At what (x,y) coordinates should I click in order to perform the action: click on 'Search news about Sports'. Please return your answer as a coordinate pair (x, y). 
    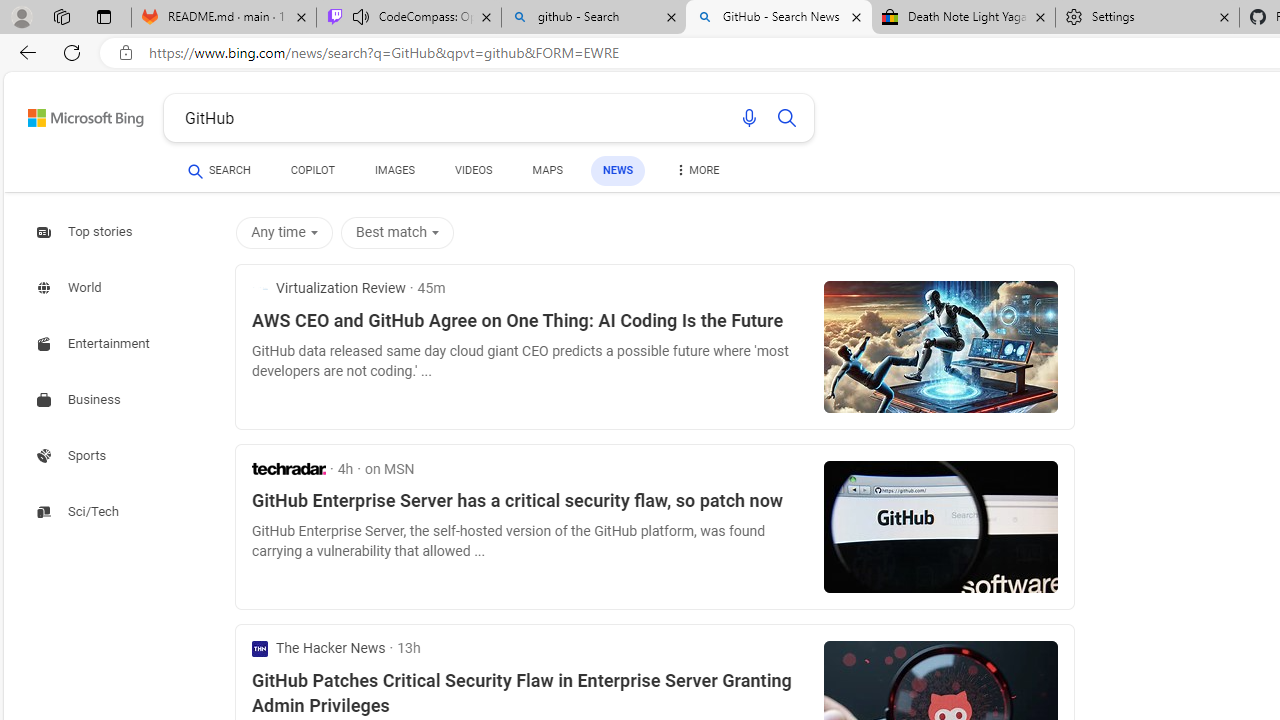
    Looking at the image, I should click on (74, 455).